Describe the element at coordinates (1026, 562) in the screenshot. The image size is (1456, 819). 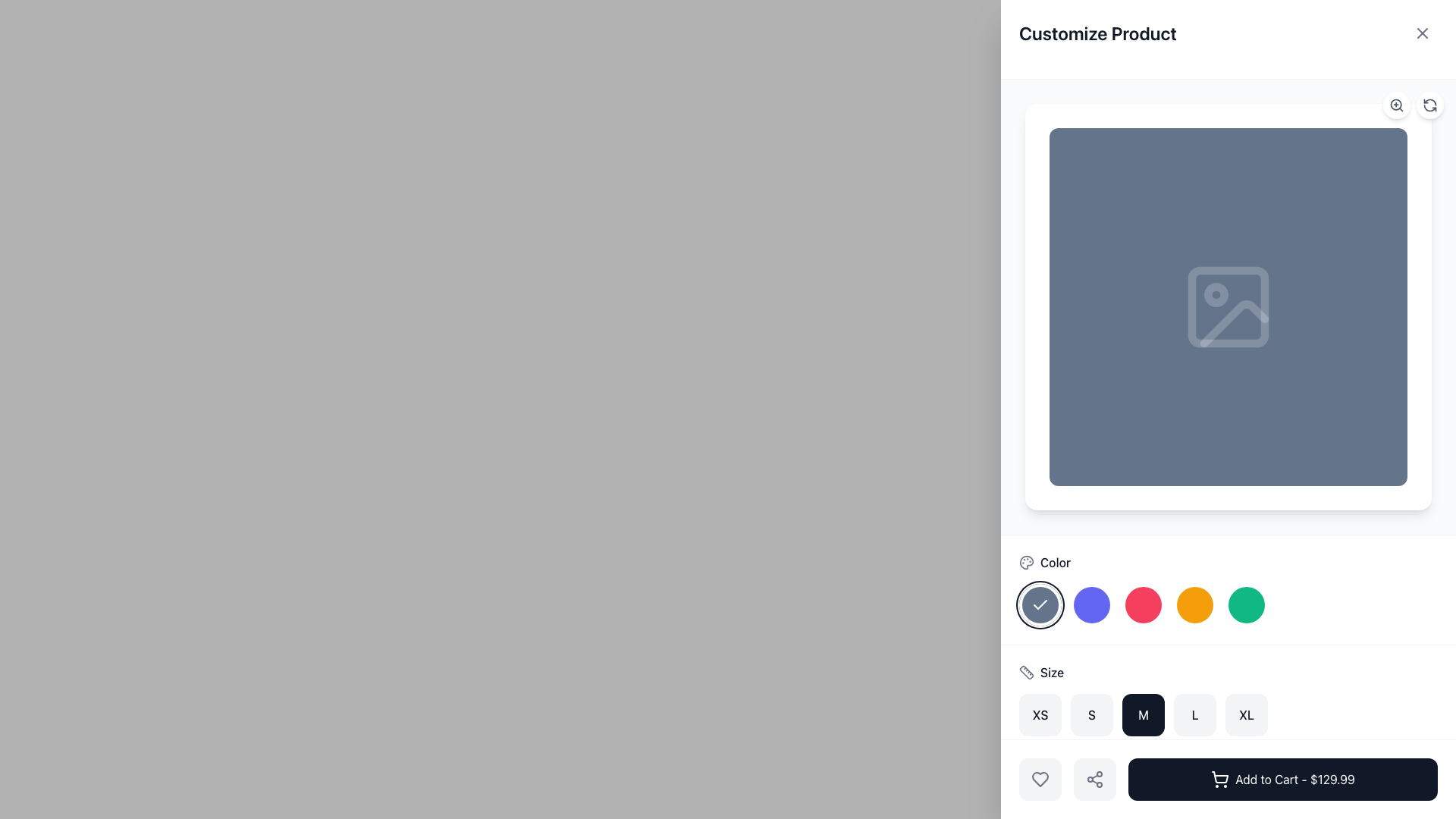
I see `the circular icon subcomponent of the paint palette, which is part of the minimalist interface and located above the color selection area in the right panel` at that location.